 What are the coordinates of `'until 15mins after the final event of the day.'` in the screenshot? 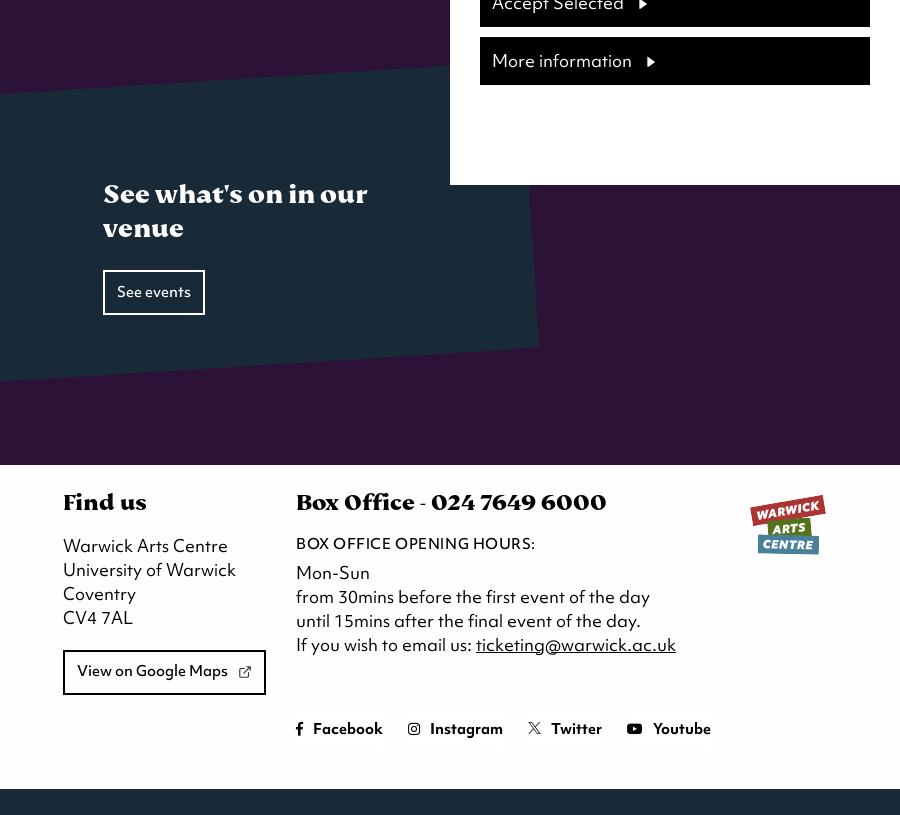 It's located at (467, 618).